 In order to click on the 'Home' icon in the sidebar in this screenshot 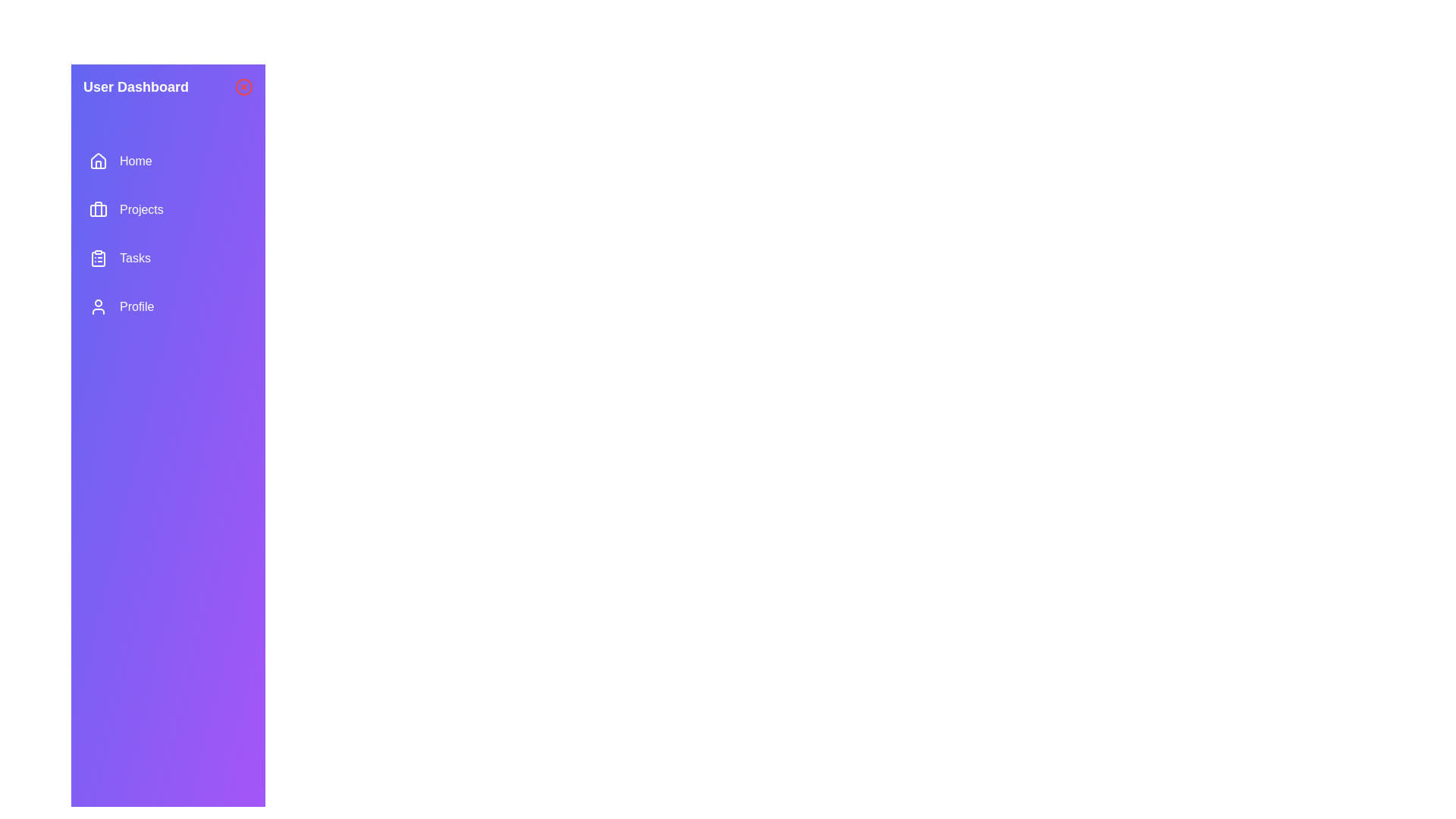, I will do `click(97, 161)`.